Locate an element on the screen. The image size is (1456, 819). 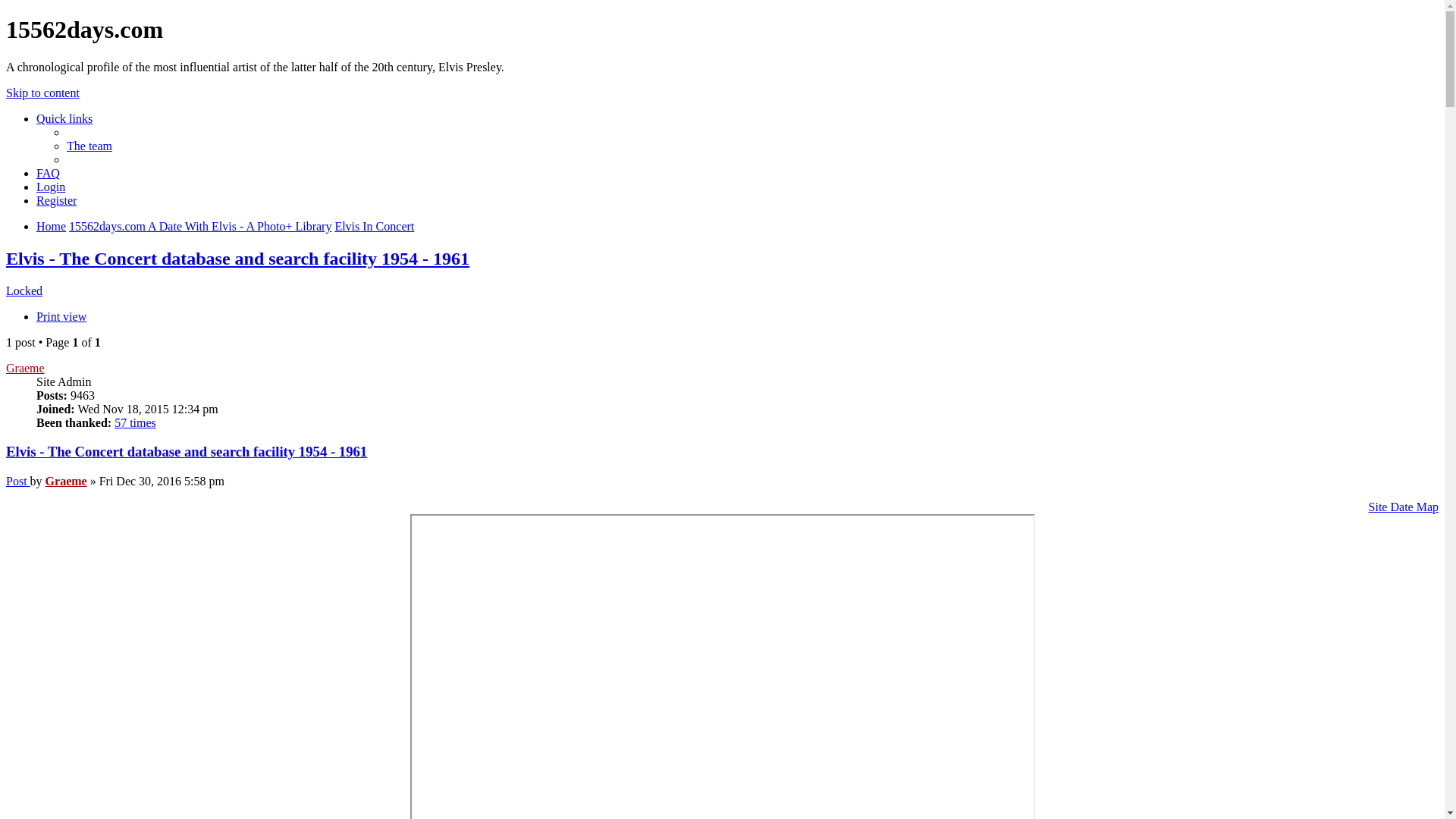
'Skip to content' is located at coordinates (42, 93).